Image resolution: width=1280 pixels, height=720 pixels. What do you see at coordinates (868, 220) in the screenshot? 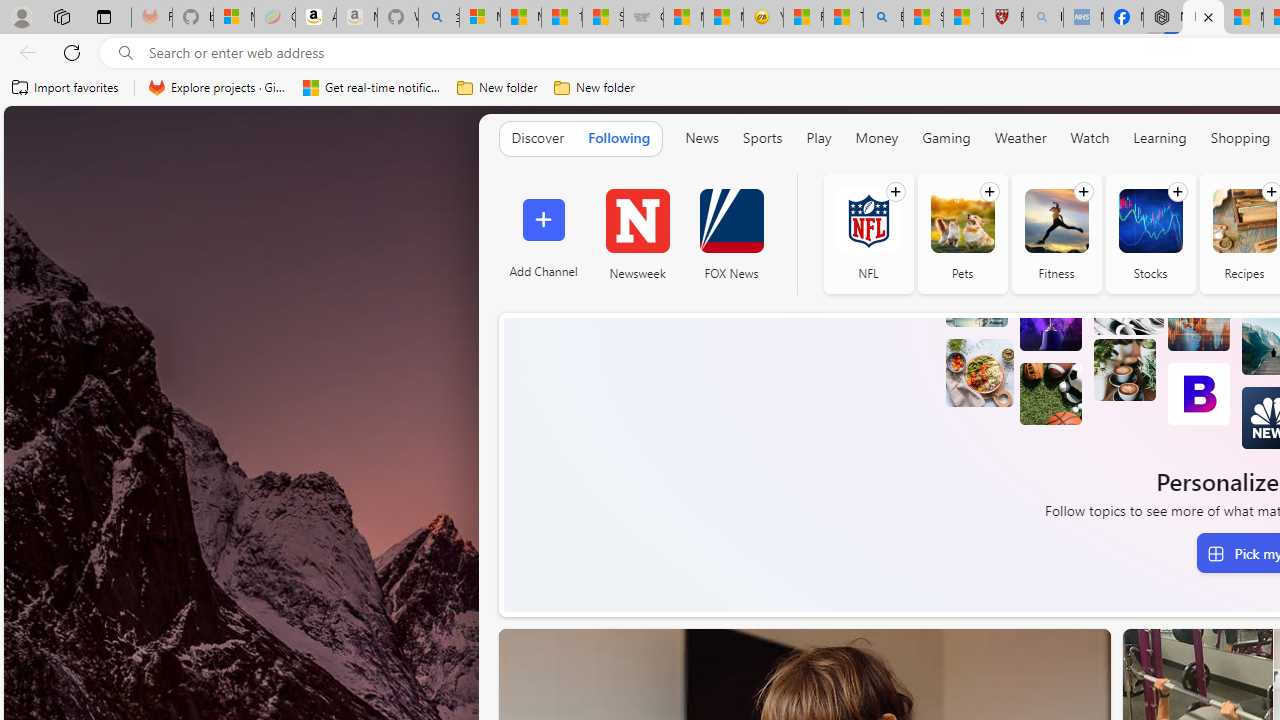
I see `'NFL'` at bounding box center [868, 220].